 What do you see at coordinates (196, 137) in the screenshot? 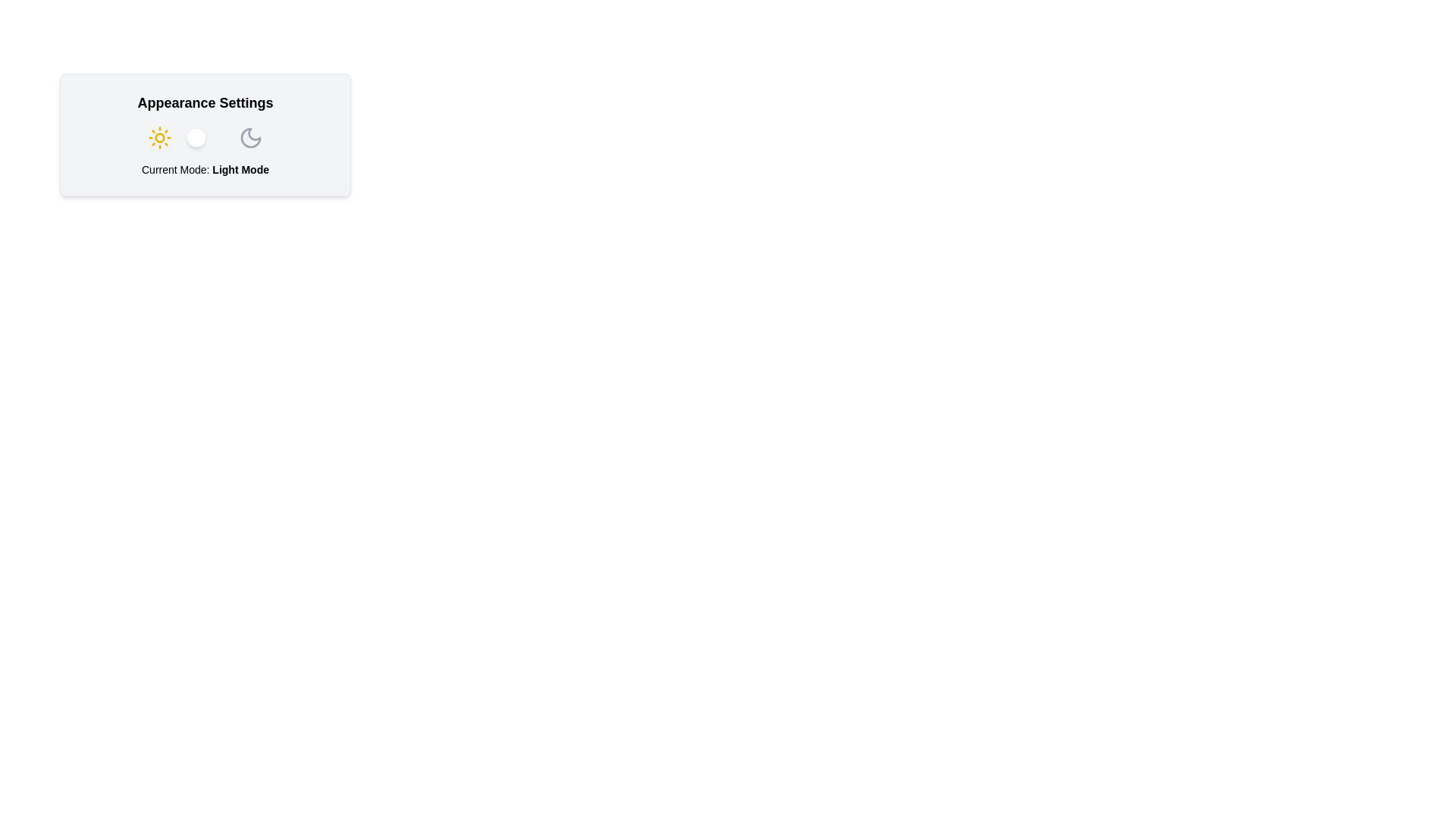
I see `the toggle switch handle located on the left side of the blue pill-shaped toggle in the Appearance Settings panel` at bounding box center [196, 137].